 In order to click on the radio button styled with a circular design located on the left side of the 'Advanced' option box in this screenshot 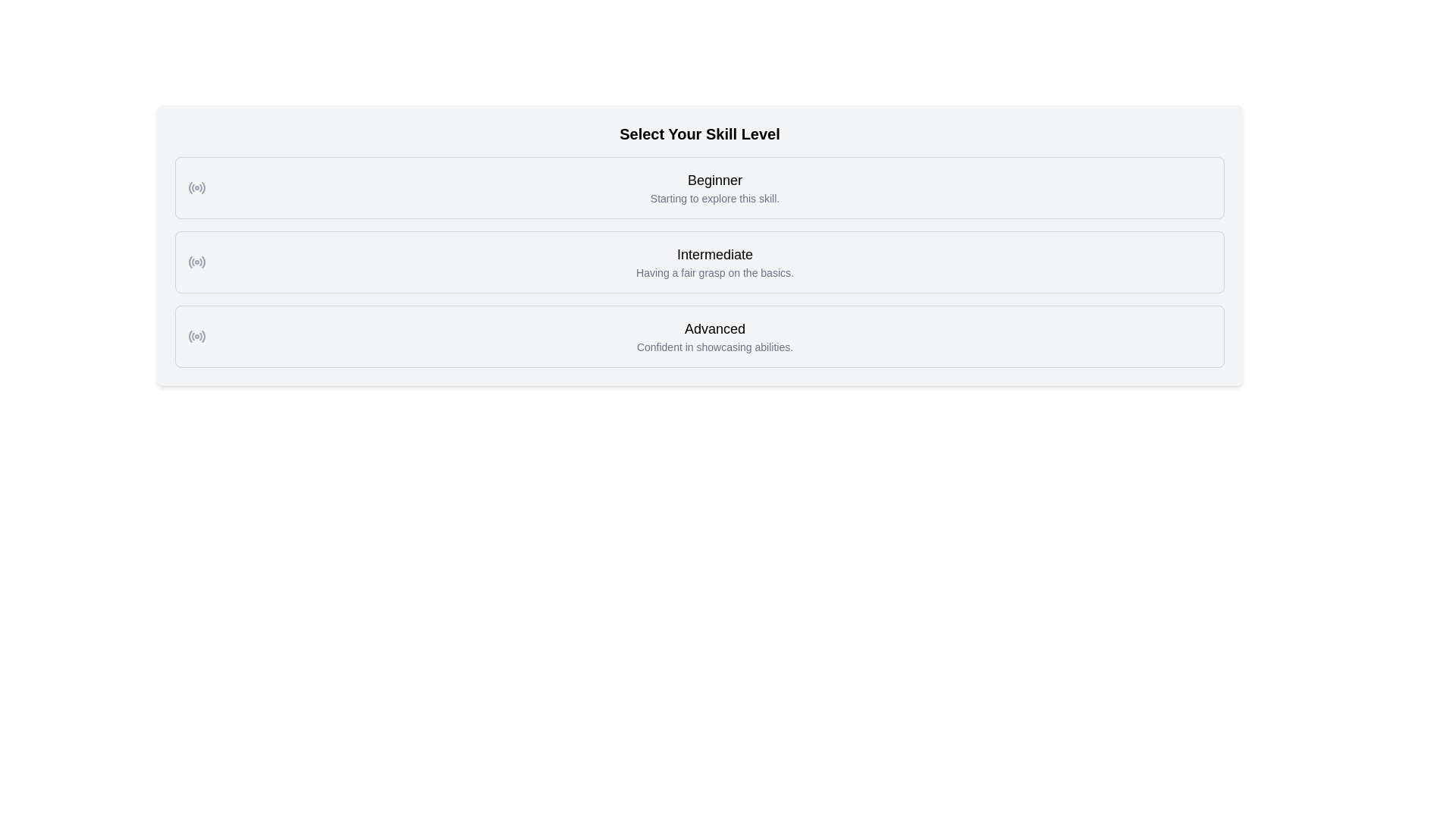, I will do `click(196, 335)`.